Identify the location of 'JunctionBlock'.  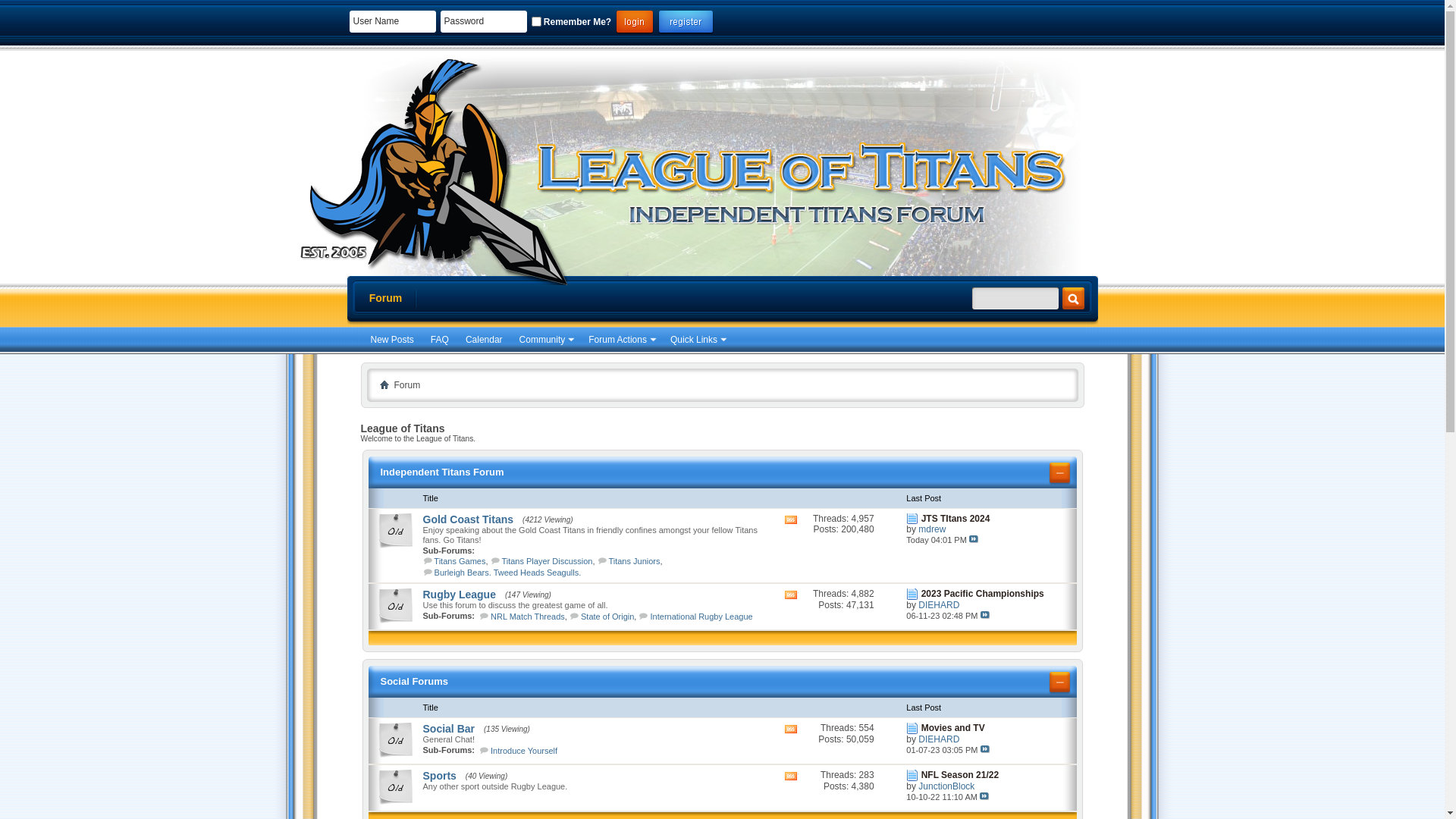
(946, 786).